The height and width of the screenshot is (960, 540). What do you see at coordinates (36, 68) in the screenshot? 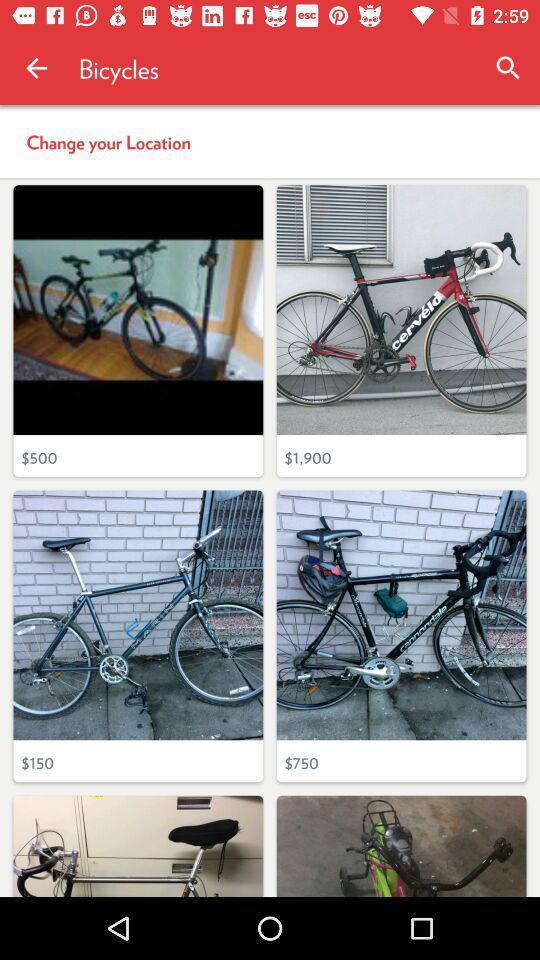
I see `the icon above the change your location` at bounding box center [36, 68].